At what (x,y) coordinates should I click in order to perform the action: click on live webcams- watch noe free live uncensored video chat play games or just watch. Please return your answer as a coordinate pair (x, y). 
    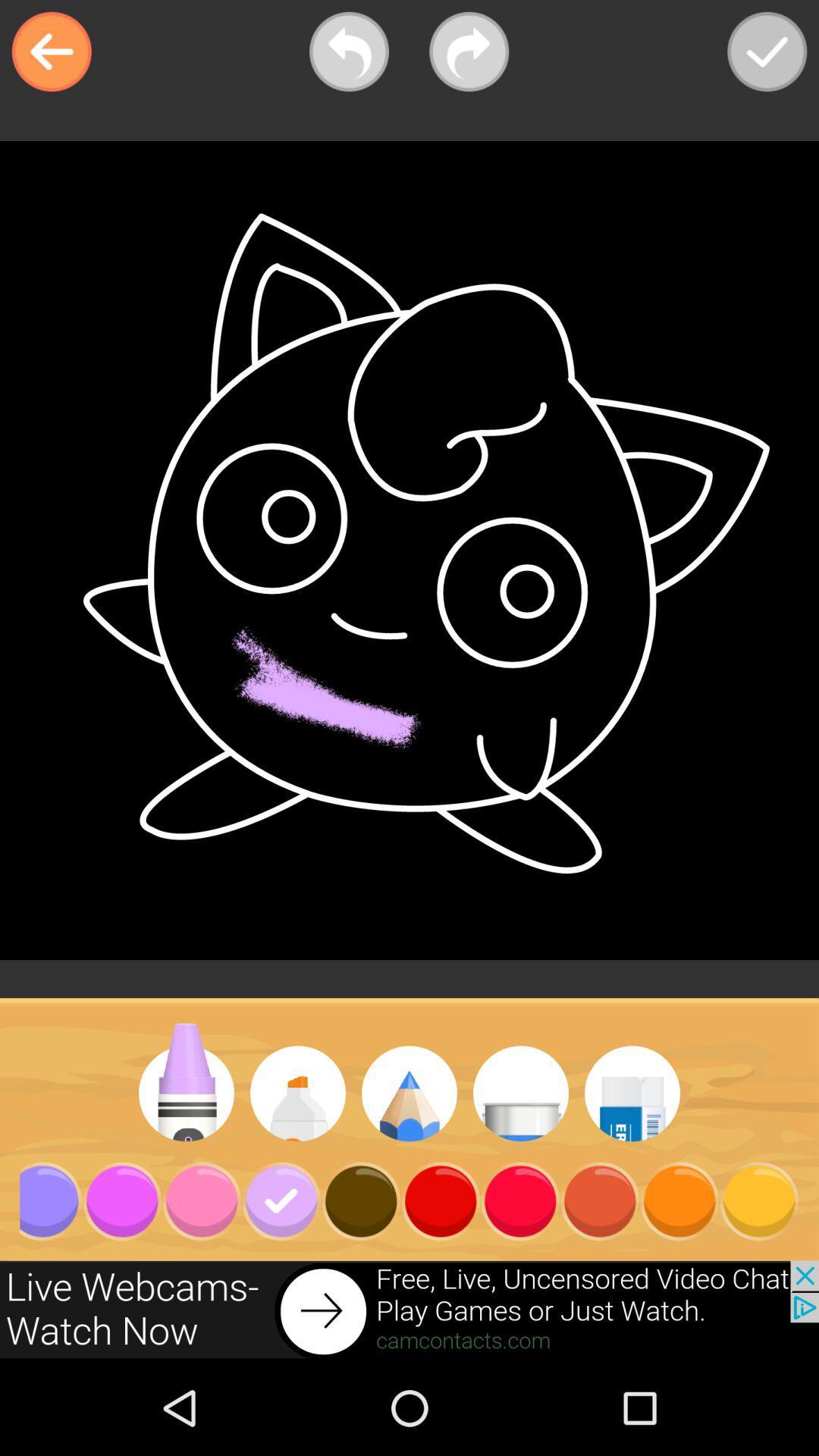
    Looking at the image, I should click on (409, 1310).